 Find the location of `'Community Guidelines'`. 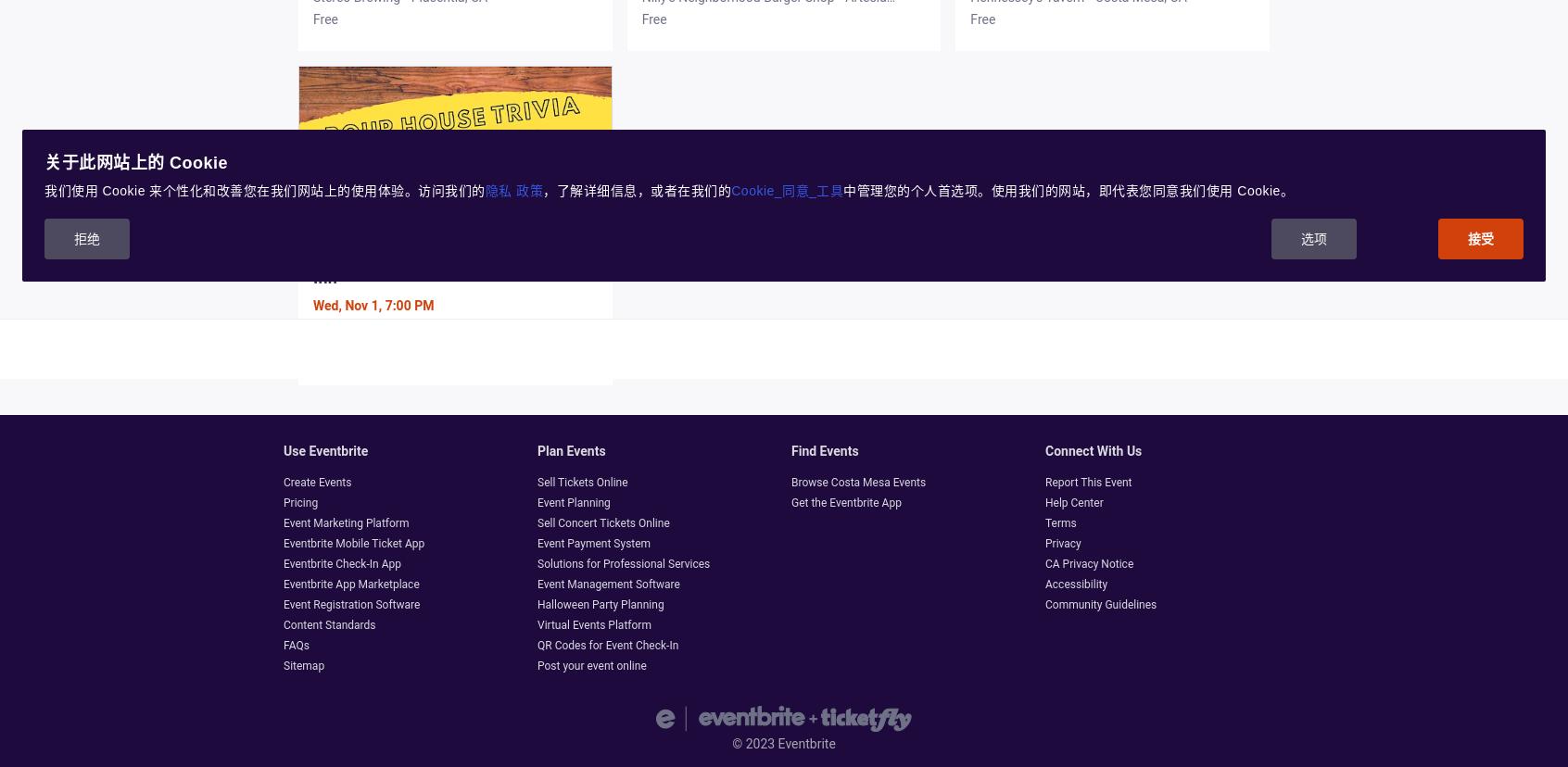

'Community Guidelines' is located at coordinates (1099, 604).